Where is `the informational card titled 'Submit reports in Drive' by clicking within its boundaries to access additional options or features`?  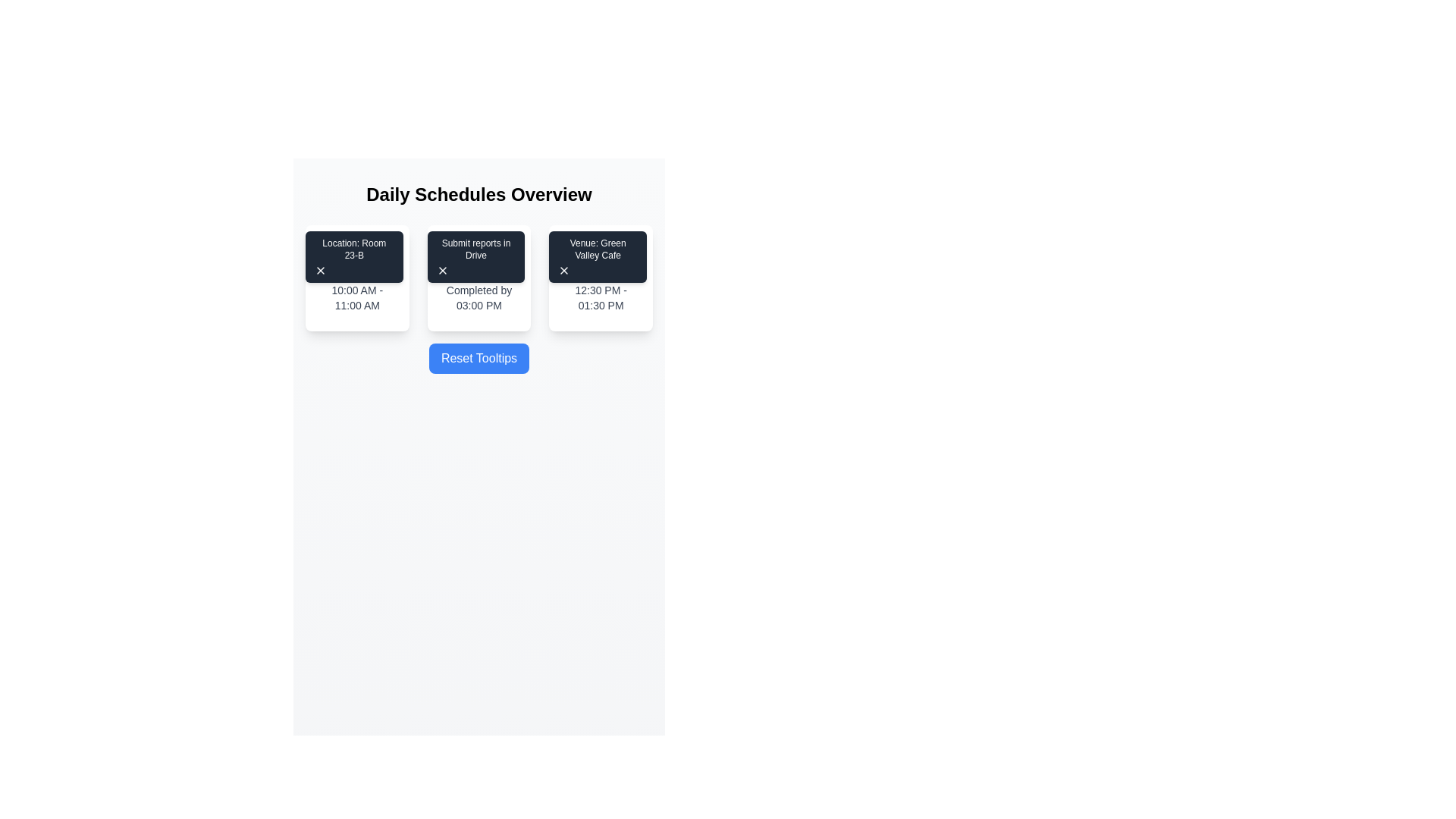
the informational card titled 'Submit reports in Drive' by clicking within its boundaries to access additional options or features is located at coordinates (479, 278).